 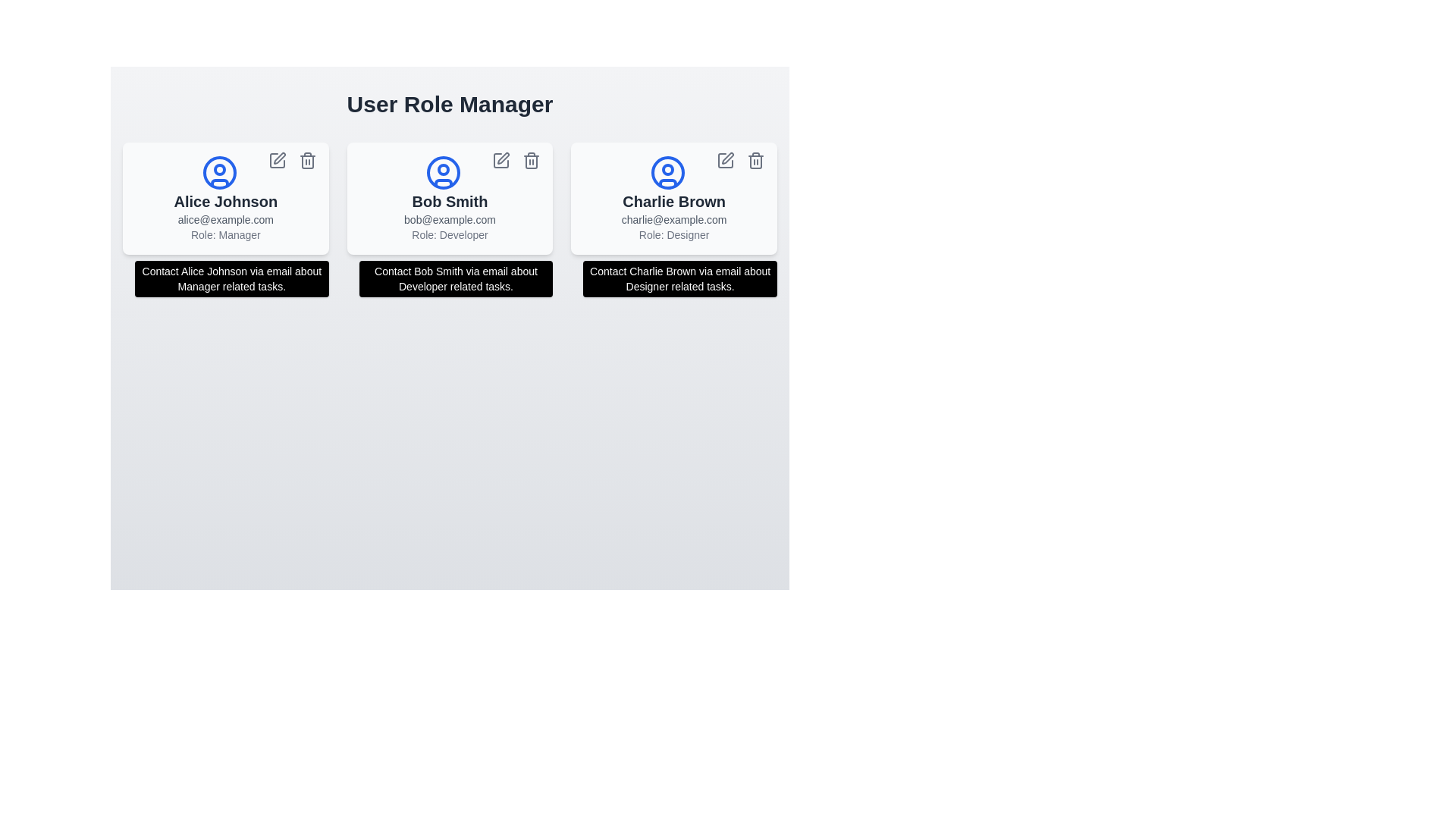 I want to click on and read the text displayed in the user identification label located at the top of the leftmost profile card, which is above the email 'alice@example.com' and the role description 'Role: Manager', so click(x=224, y=201).